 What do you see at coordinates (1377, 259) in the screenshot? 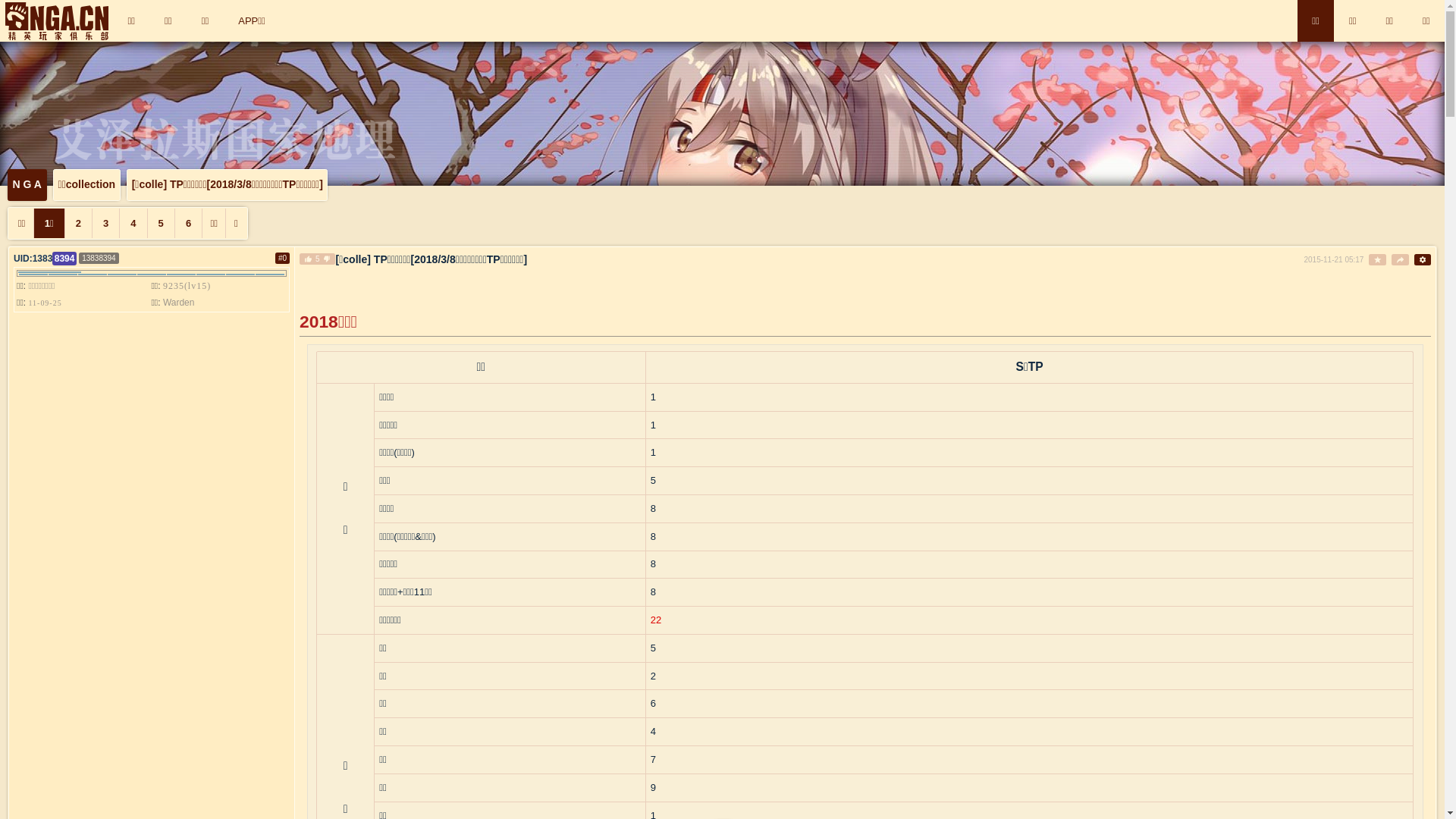
I see `'  '` at bounding box center [1377, 259].